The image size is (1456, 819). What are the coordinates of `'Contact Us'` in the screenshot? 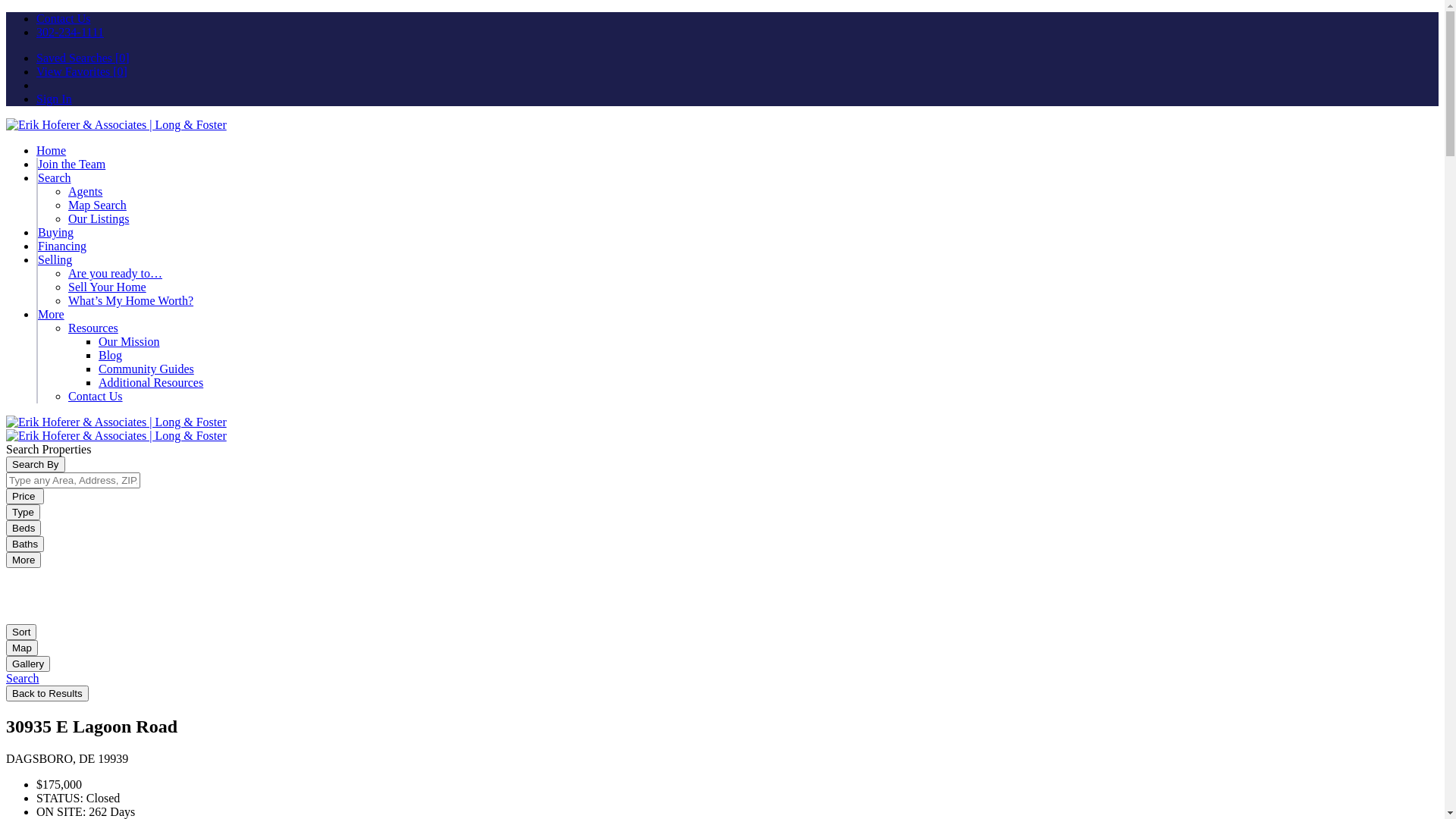 It's located at (67, 395).